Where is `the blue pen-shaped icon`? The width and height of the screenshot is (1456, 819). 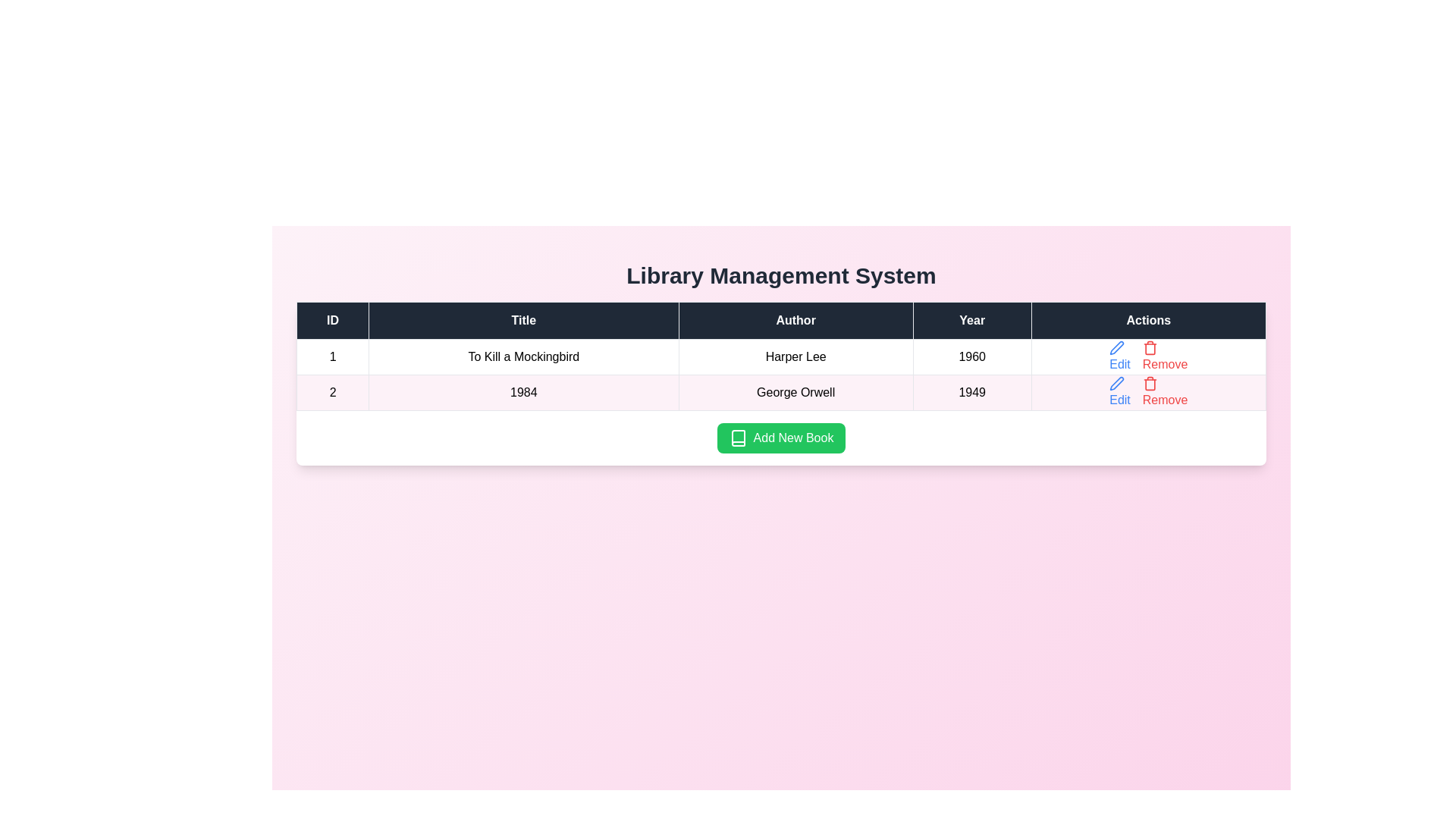
the blue pen-shaped icon is located at coordinates (1117, 382).